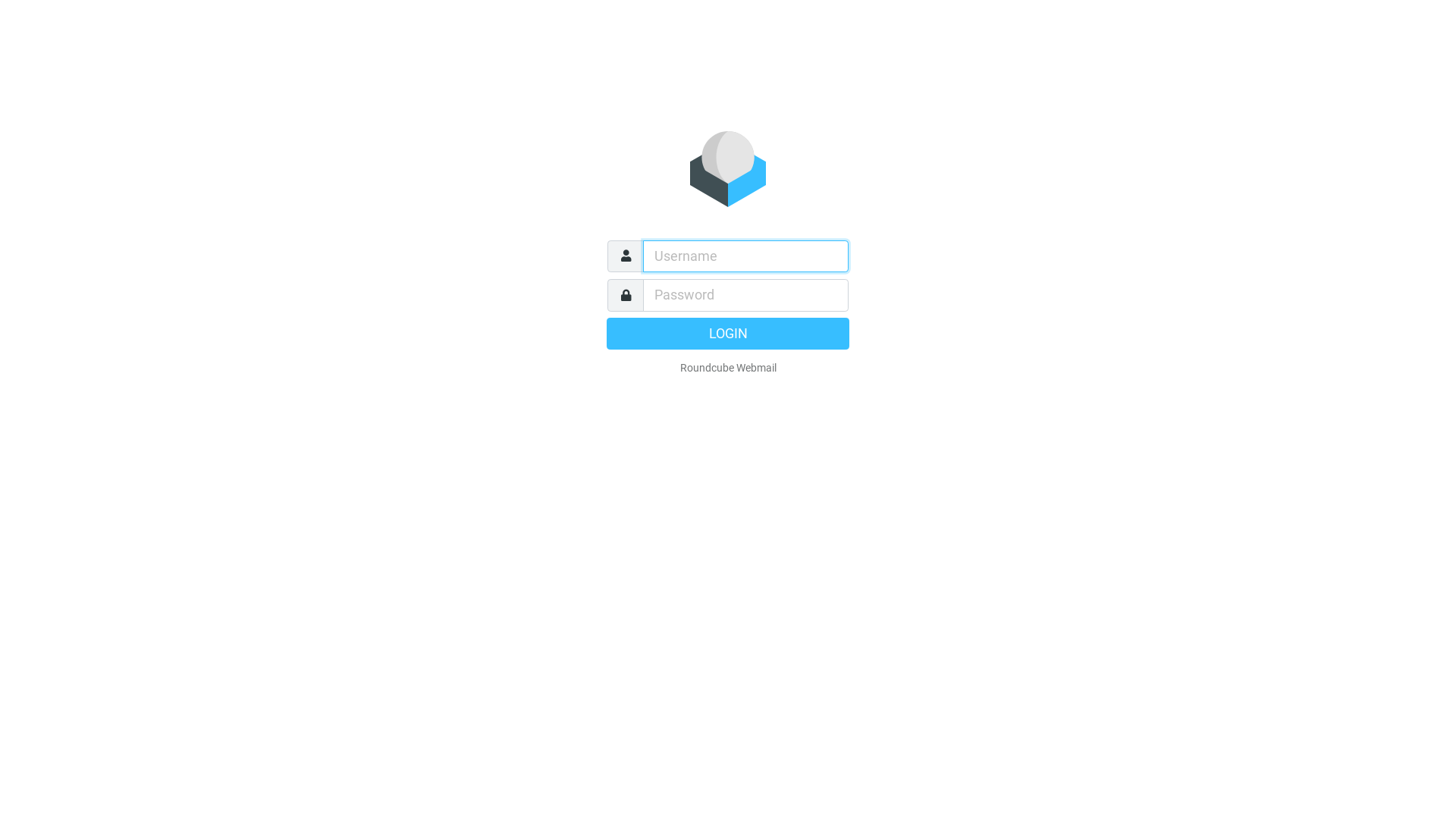  I want to click on 'LOGIN', so click(728, 332).